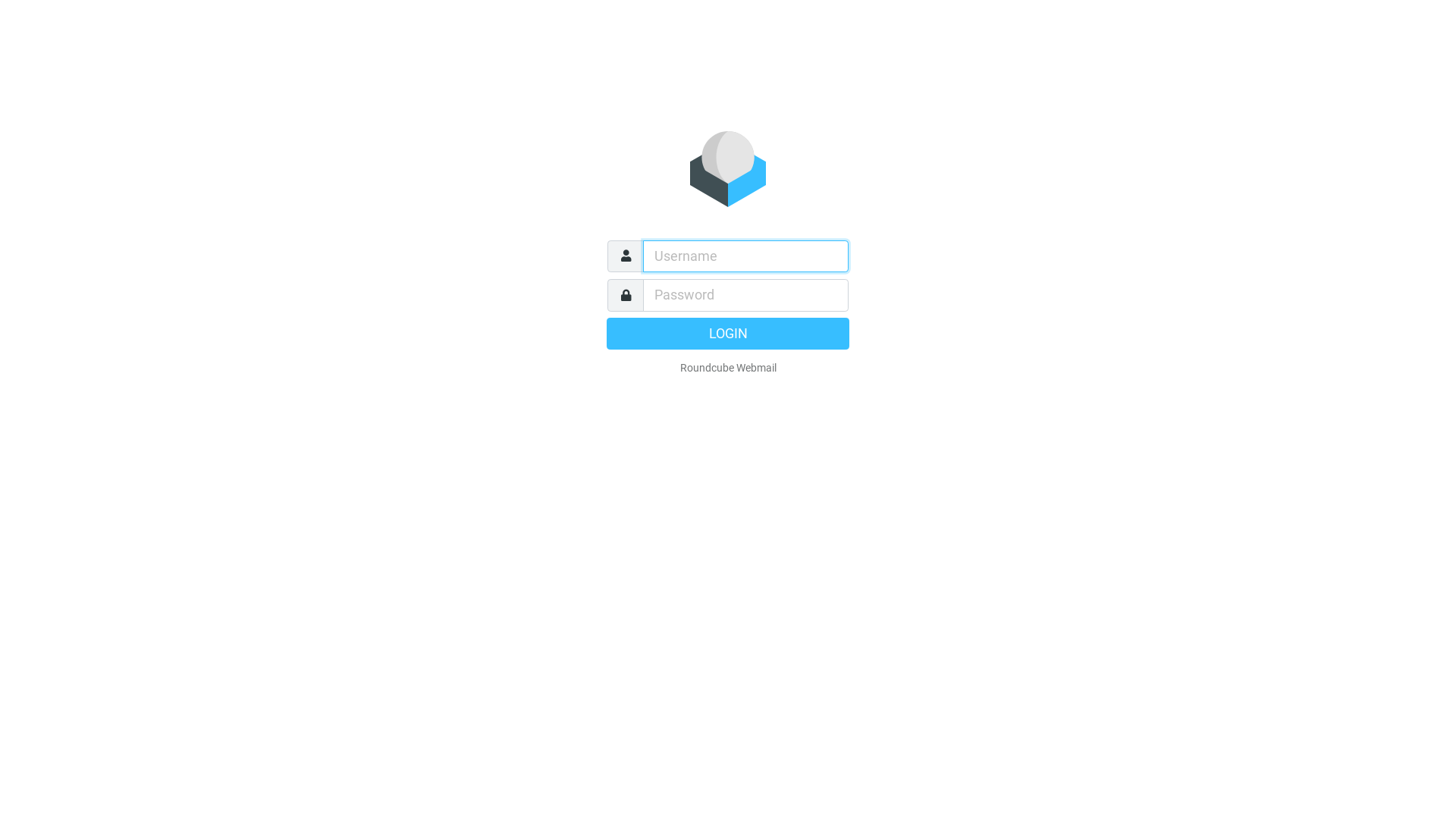  I want to click on 'LOGIN', so click(728, 332).